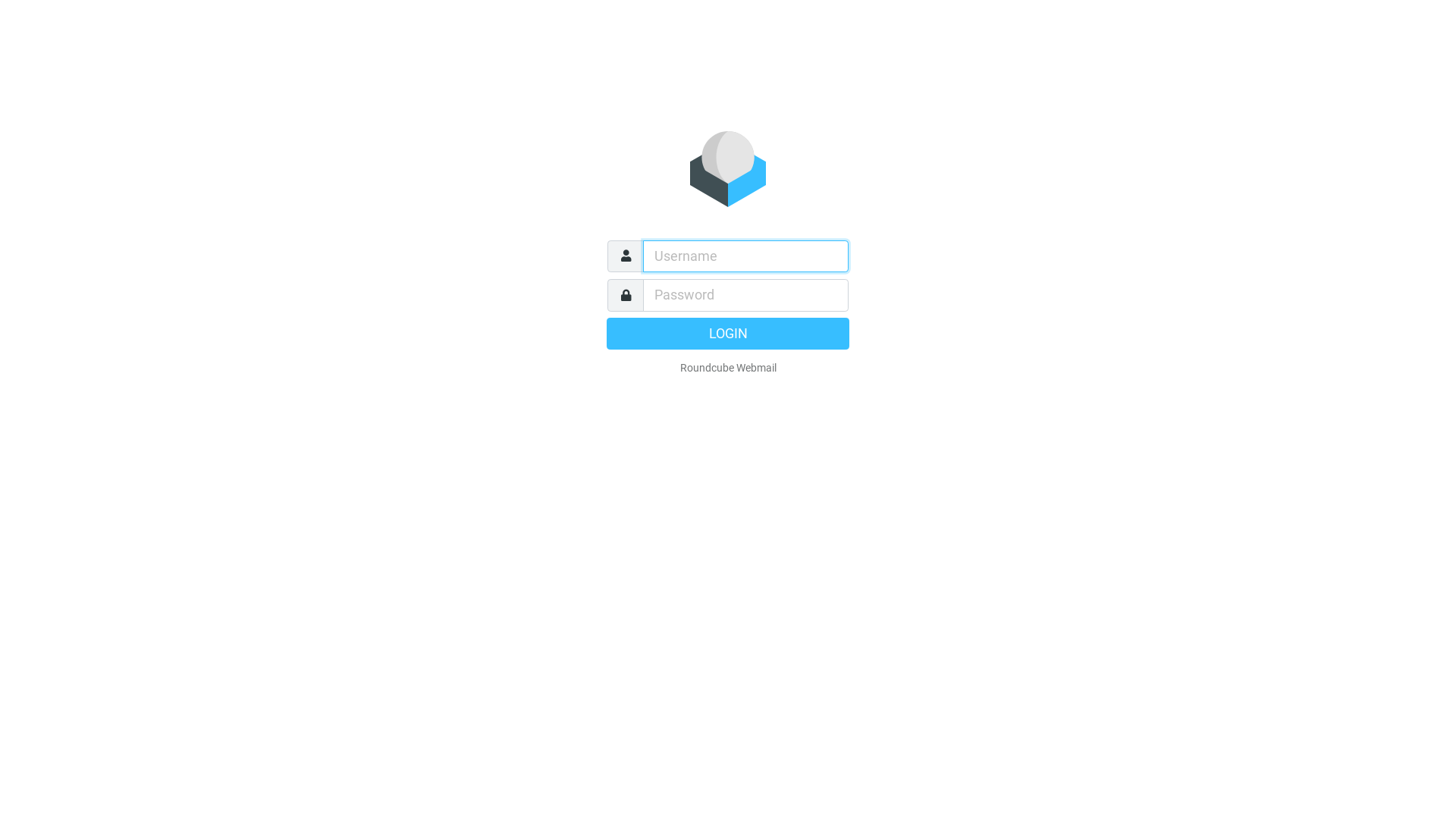  I want to click on 'LOGIN', so click(728, 332).